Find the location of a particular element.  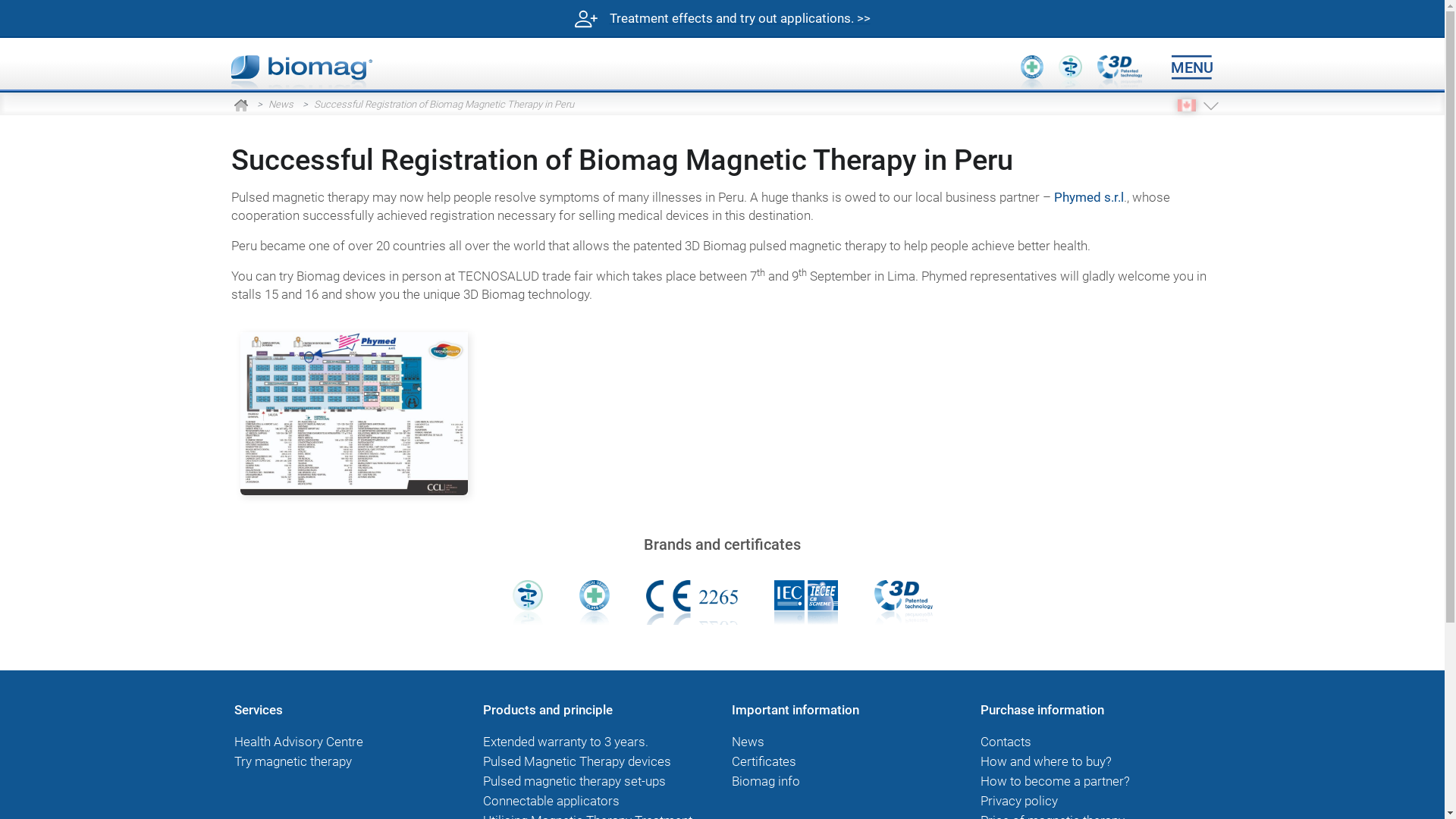

'News' is located at coordinates (281, 103).